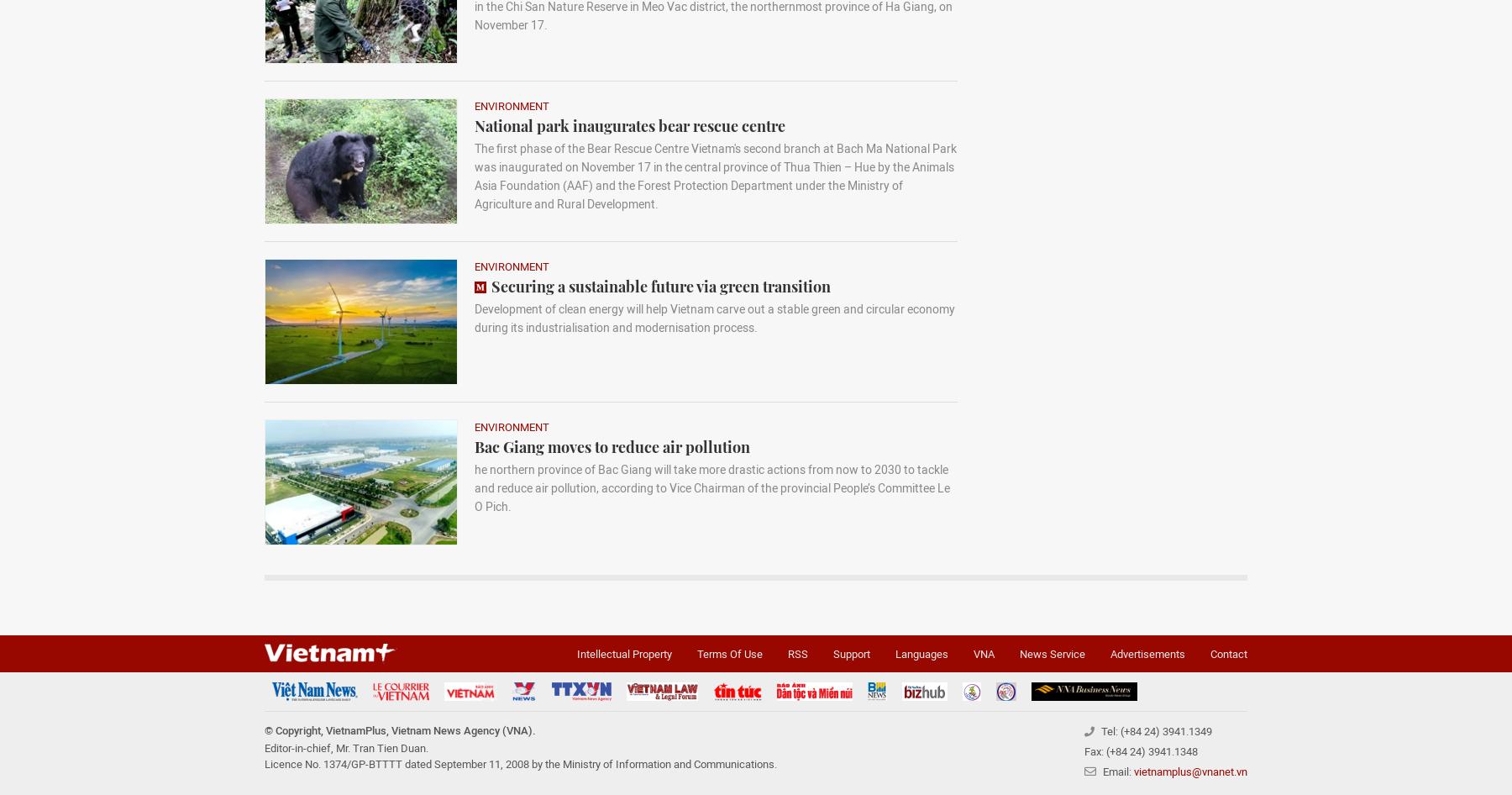 The image size is (1512, 795). Describe the element at coordinates (601, 645) in the screenshot. I see `'Forest coverage improves in Phu Quy island'` at that location.